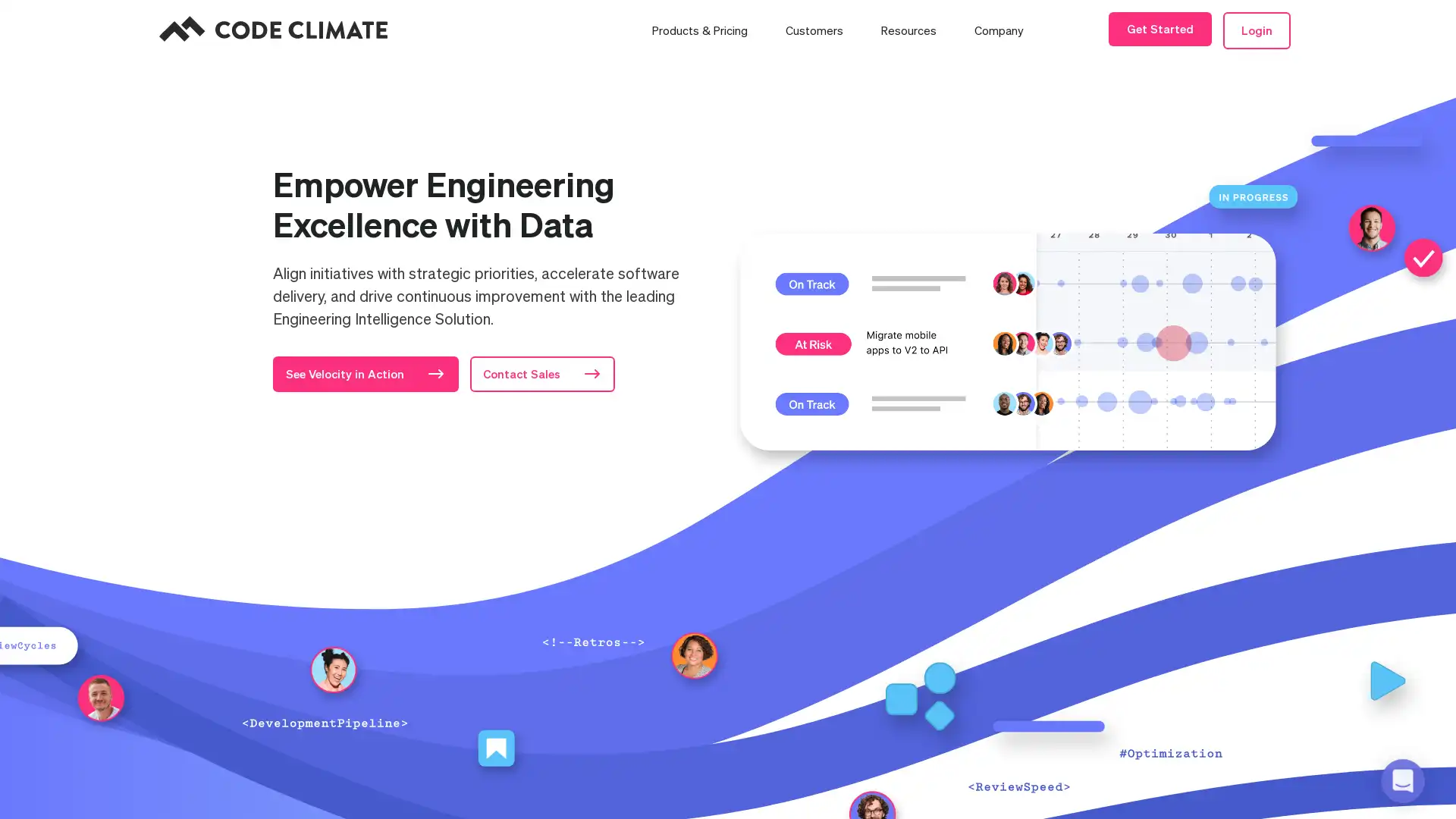 The image size is (1456, 819). Describe the element at coordinates (1401, 780) in the screenshot. I see `Open Intercom Messenger` at that location.